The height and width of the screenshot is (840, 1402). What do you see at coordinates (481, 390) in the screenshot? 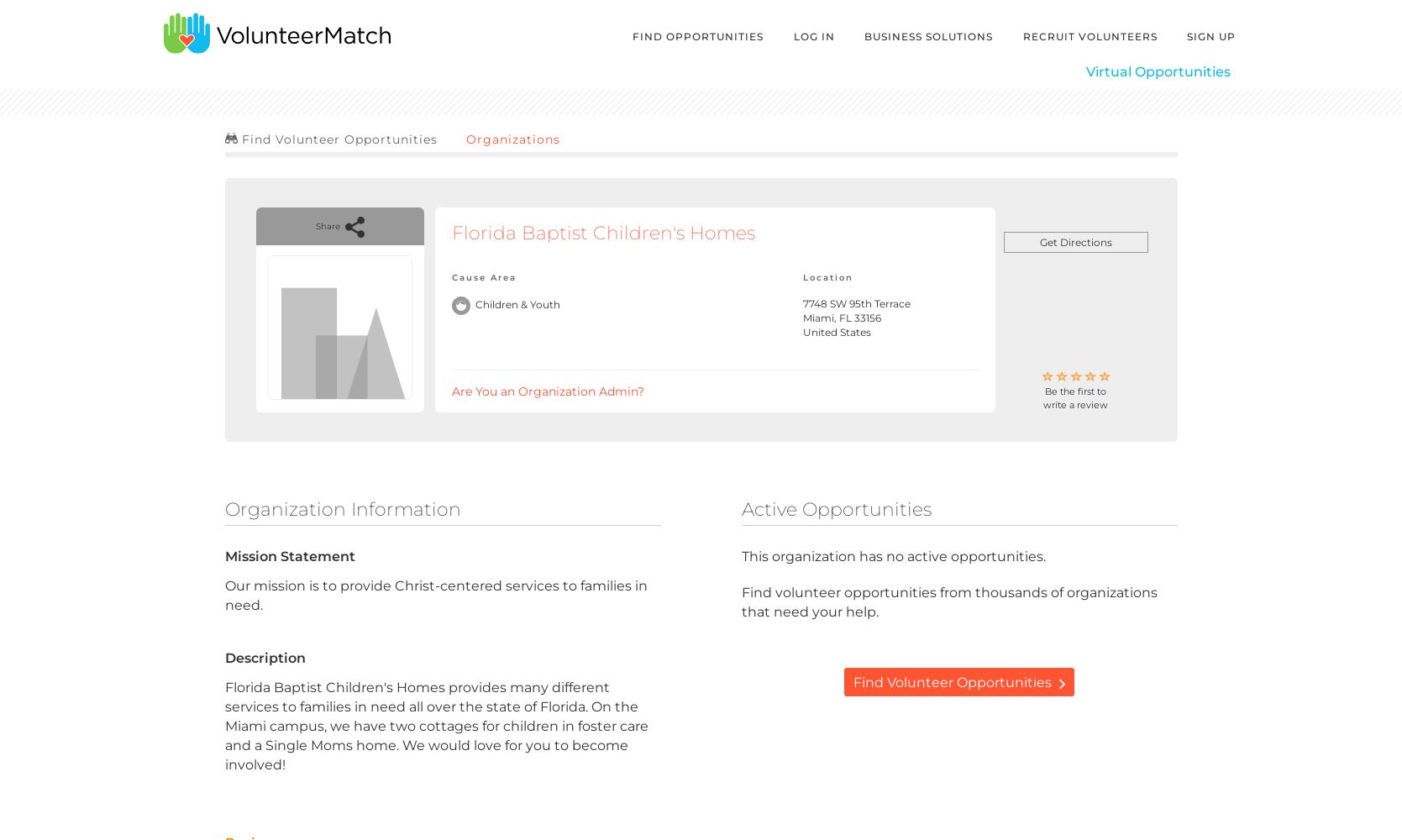
I see `'Are You an'` at bounding box center [481, 390].